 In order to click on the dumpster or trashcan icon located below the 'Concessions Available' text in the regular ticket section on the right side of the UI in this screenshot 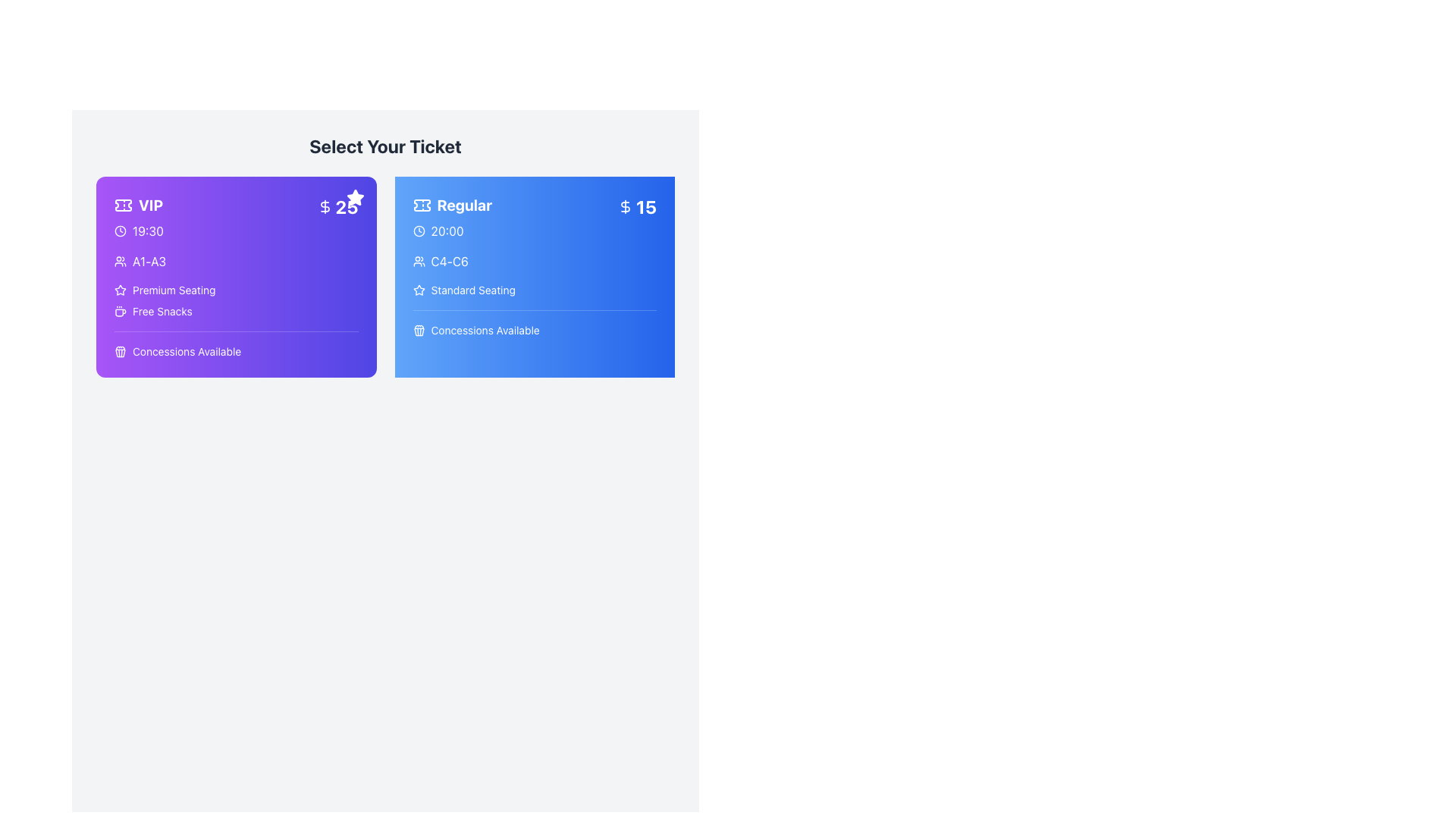, I will do `click(419, 331)`.